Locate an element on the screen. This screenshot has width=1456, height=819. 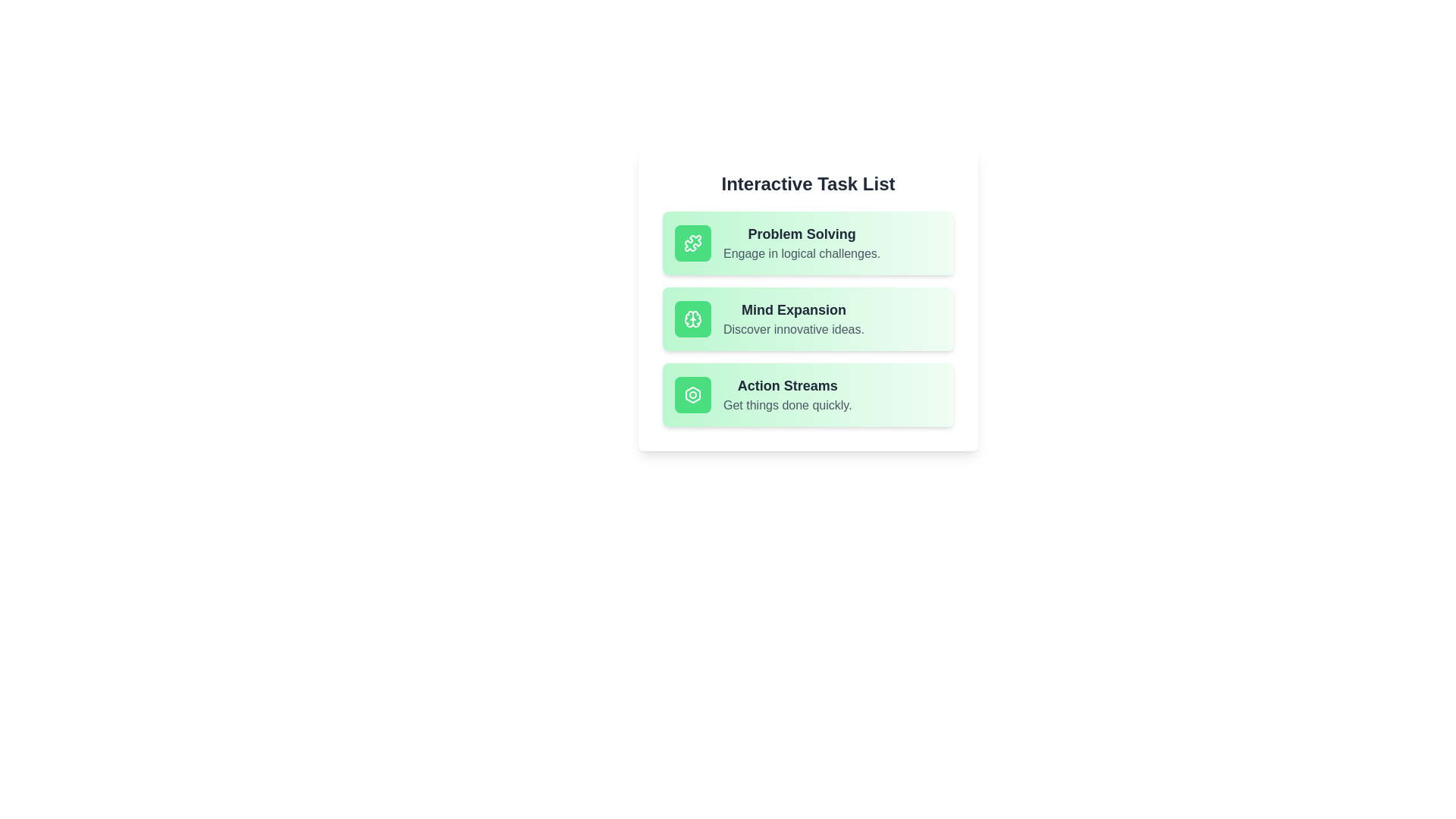
the icon associated with the Mind Expansion item is located at coordinates (692, 318).